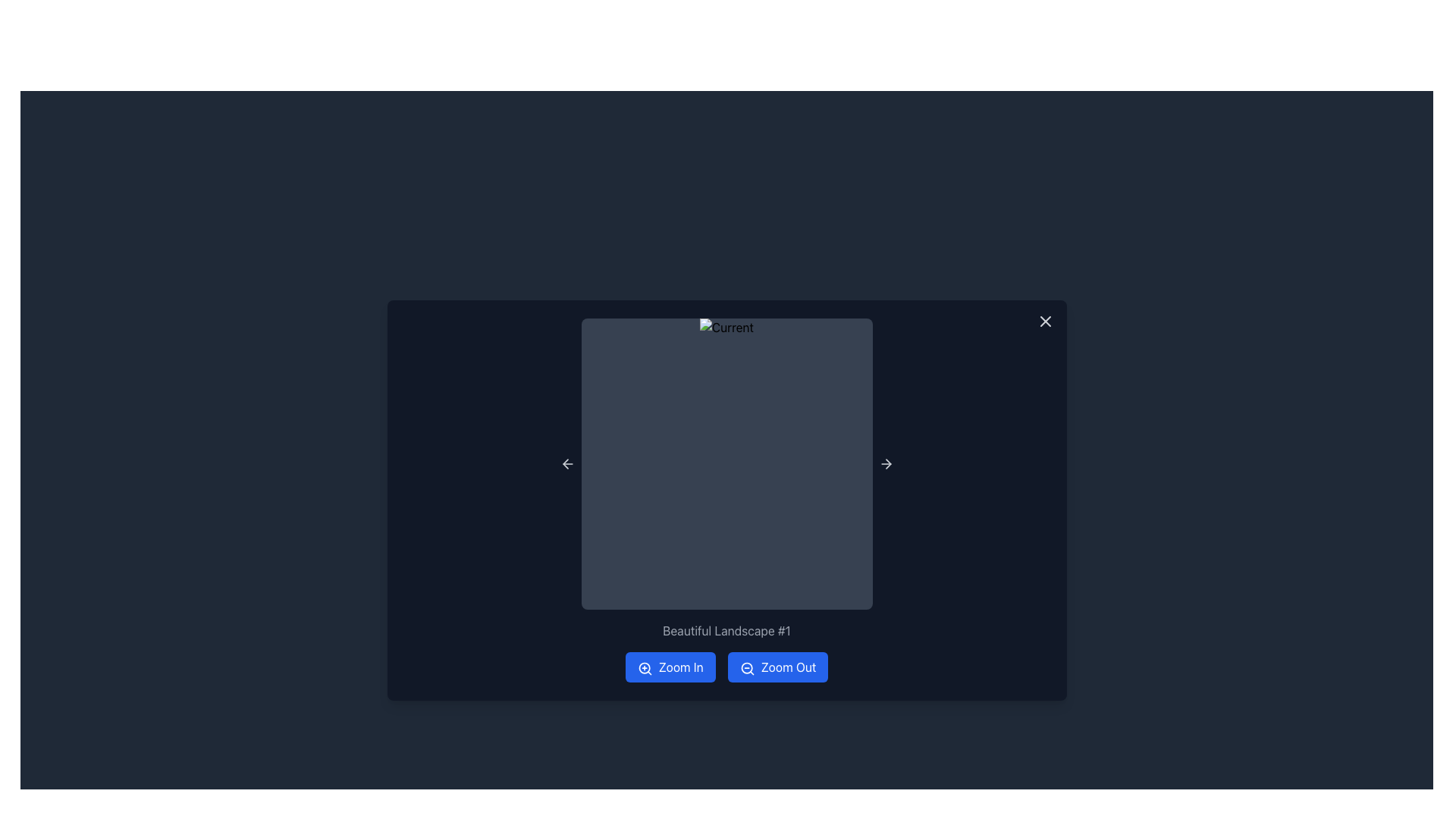 This screenshot has height=819, width=1456. Describe the element at coordinates (566, 463) in the screenshot. I see `the left navigation arrow button` at that location.